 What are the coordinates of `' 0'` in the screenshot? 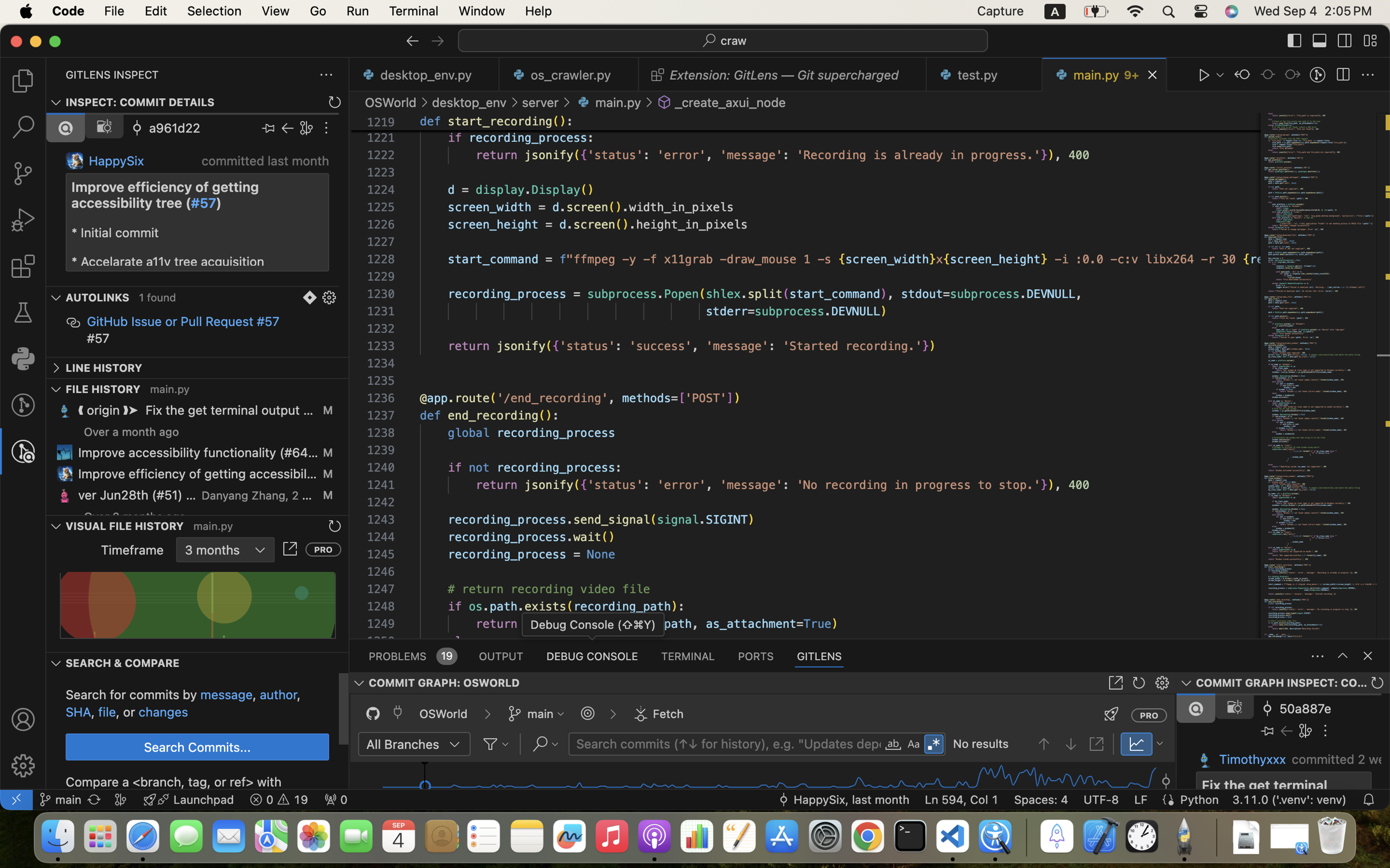 It's located at (335, 799).